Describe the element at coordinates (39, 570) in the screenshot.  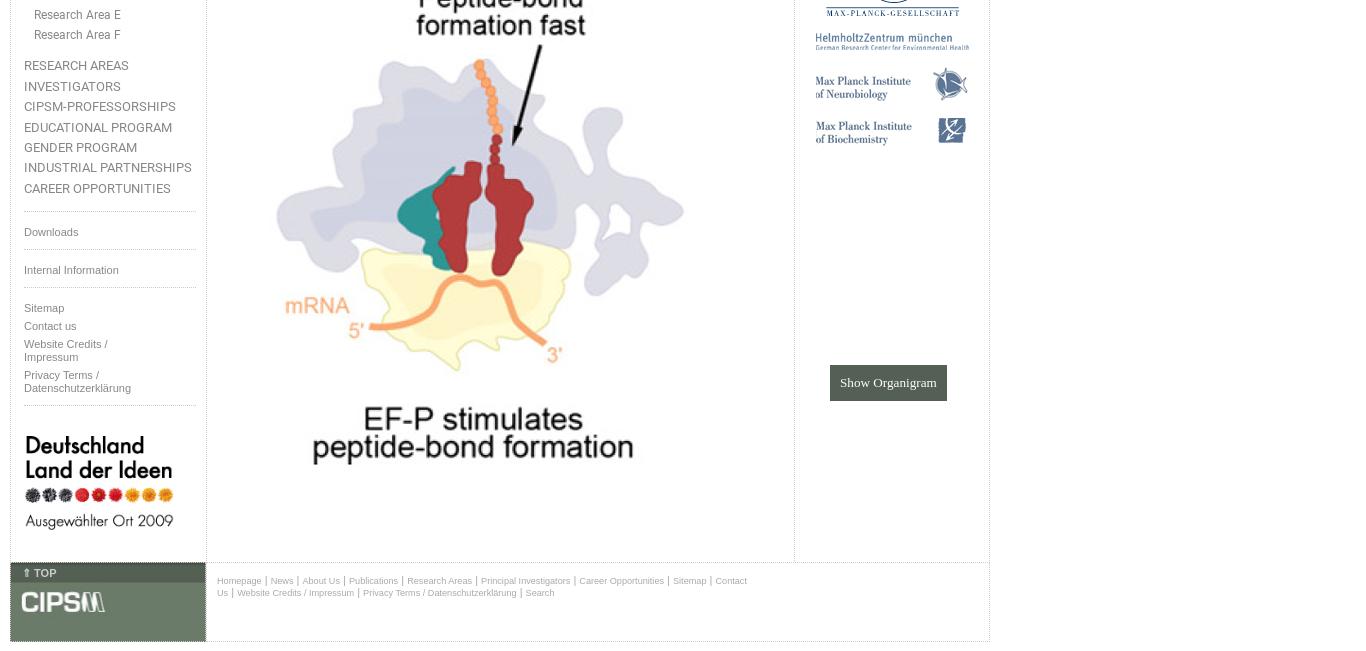
I see `'⇑ TOP'` at that location.